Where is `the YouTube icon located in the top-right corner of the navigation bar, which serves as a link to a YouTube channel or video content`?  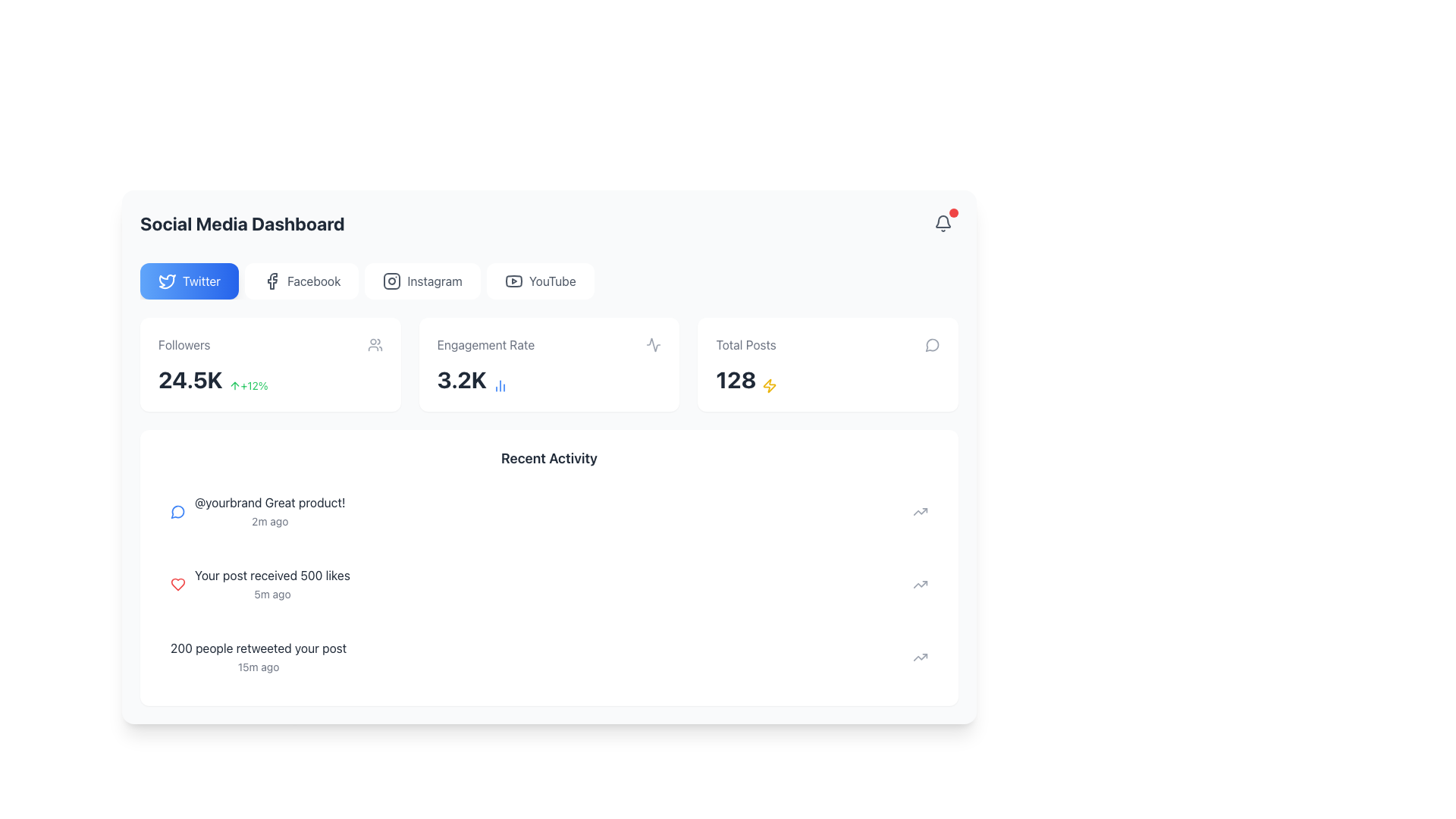
the YouTube icon located in the top-right corner of the navigation bar, which serves as a link to a YouTube channel or video content is located at coordinates (513, 281).